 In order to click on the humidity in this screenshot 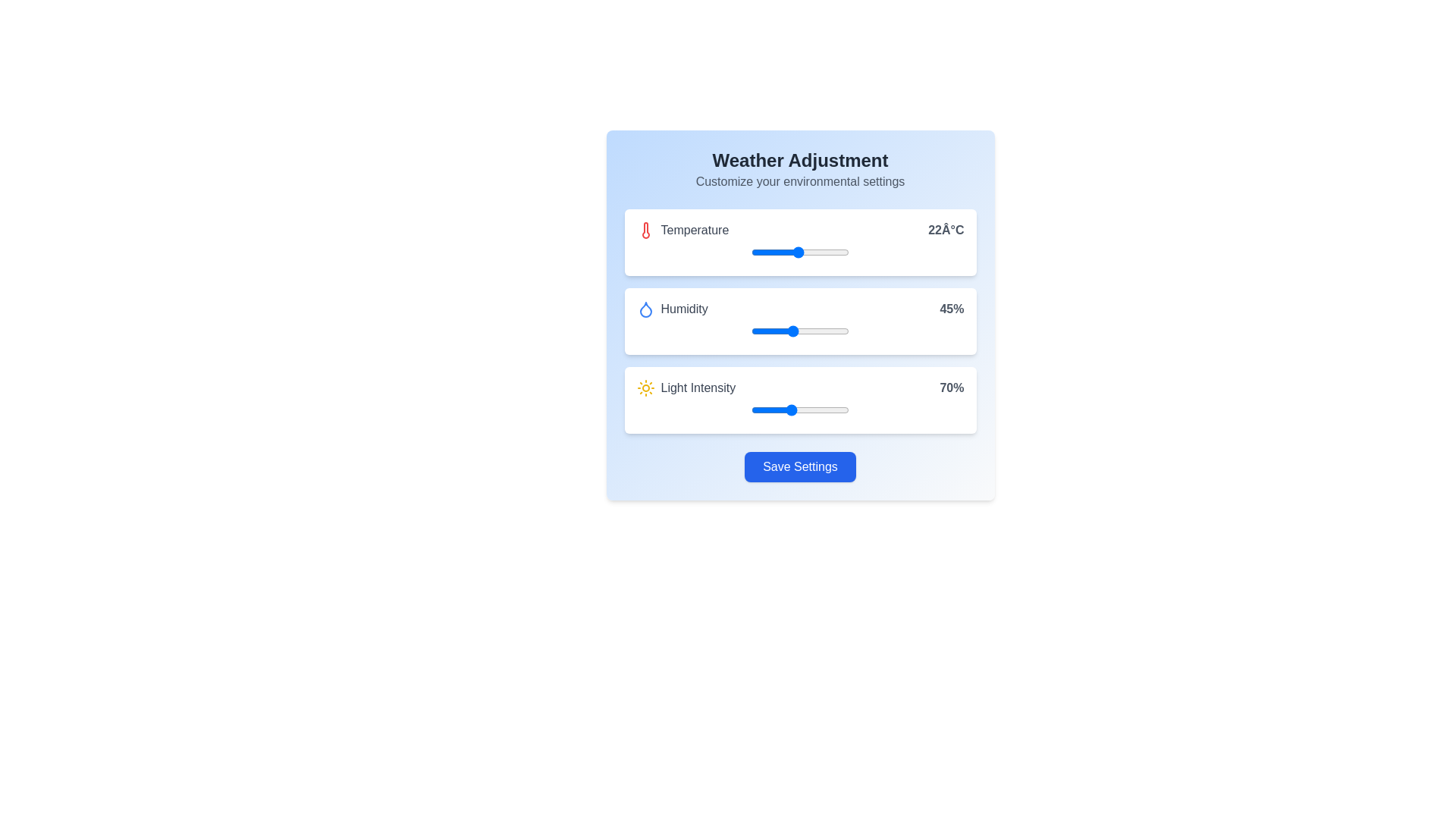, I will do `click(792, 330)`.